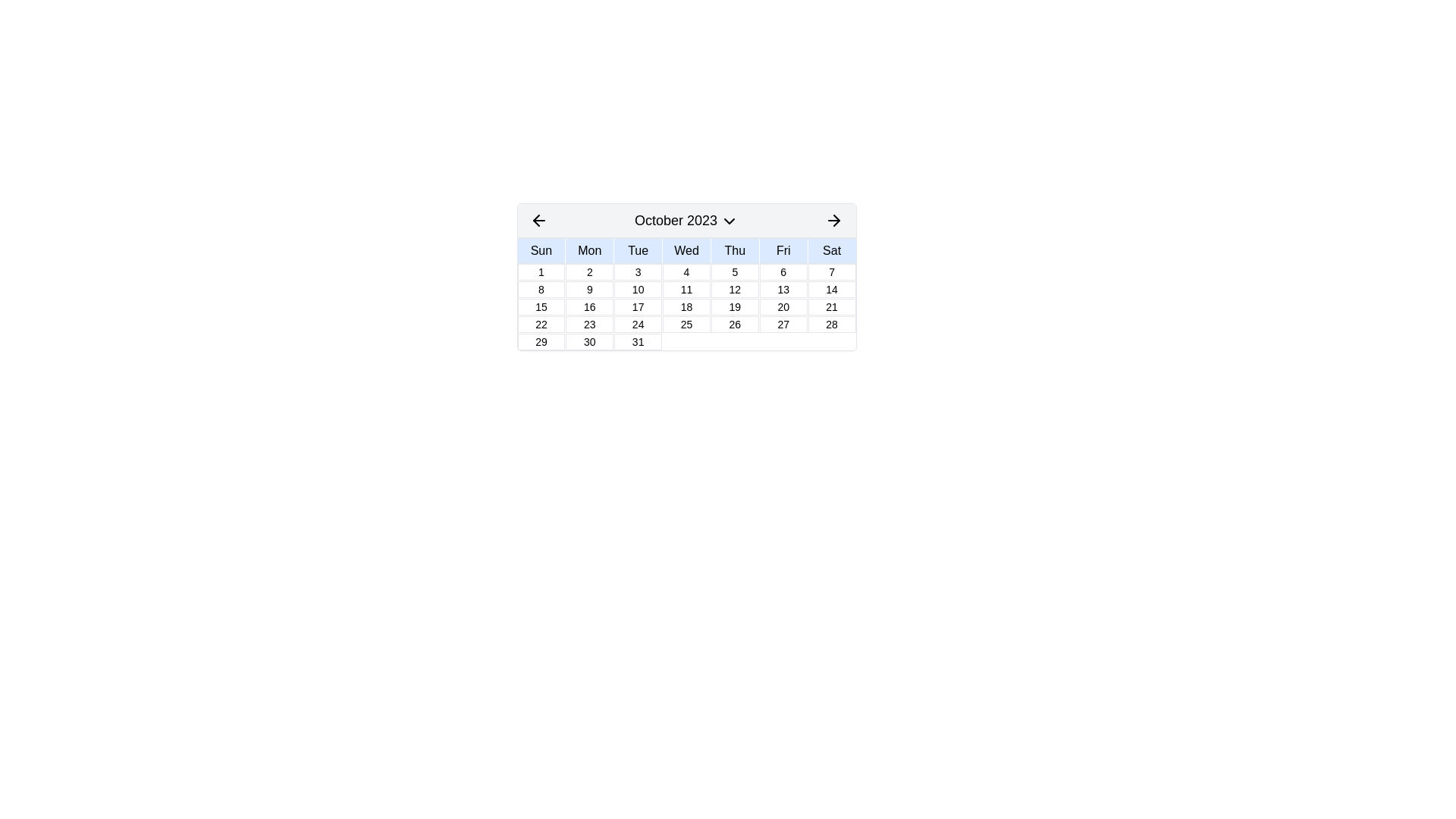  I want to click on the Calendar Date Display representing the 25th day of October 2023, which is visually indicated in the fourth row and fifth column of the calendar grid, so click(686, 324).